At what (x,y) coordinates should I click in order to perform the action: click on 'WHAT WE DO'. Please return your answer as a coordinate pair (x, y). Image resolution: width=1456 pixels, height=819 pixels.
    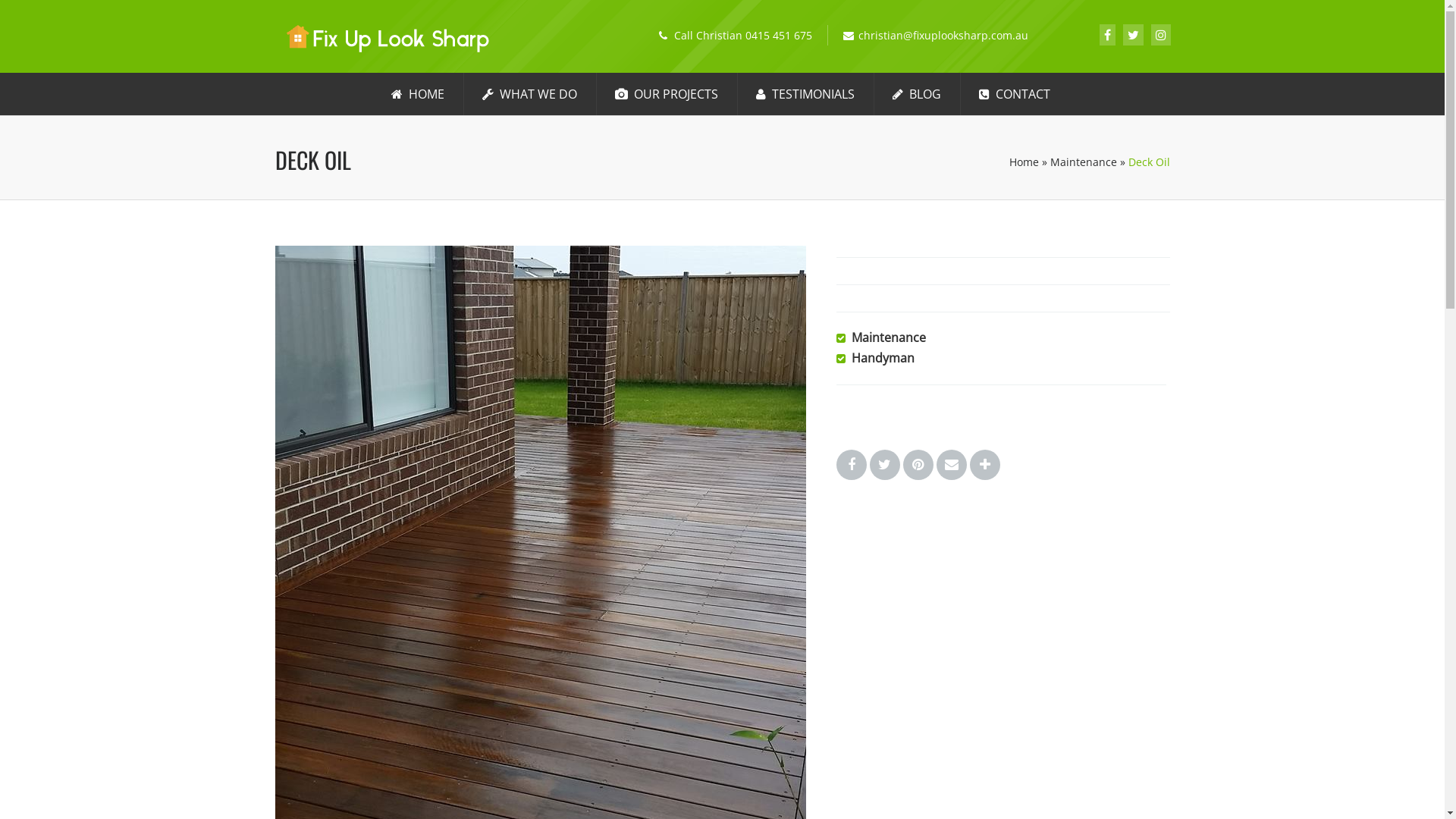
    Looking at the image, I should click on (529, 94).